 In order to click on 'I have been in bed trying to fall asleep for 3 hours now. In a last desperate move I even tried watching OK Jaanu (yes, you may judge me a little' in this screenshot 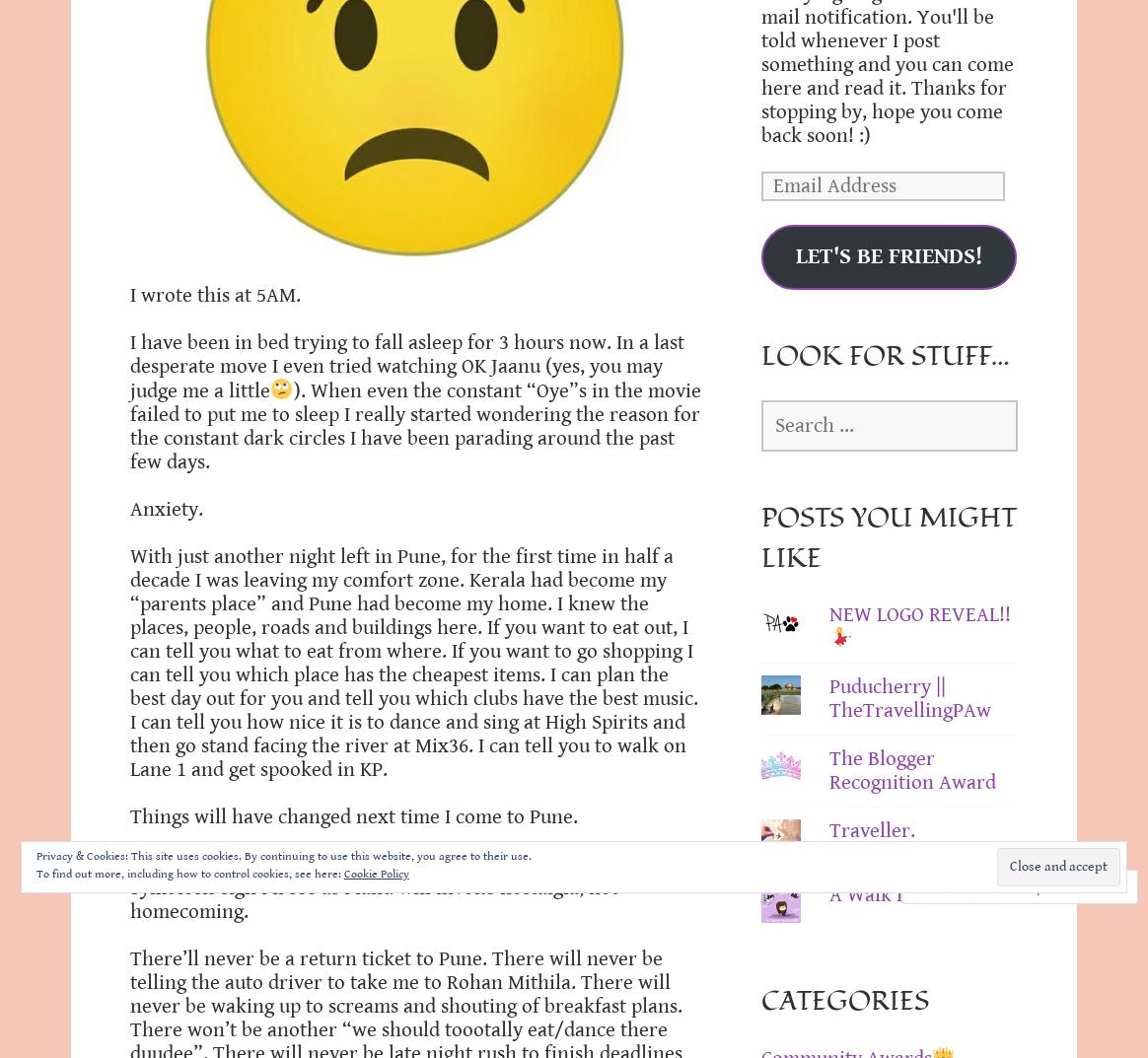, I will do `click(406, 366)`.